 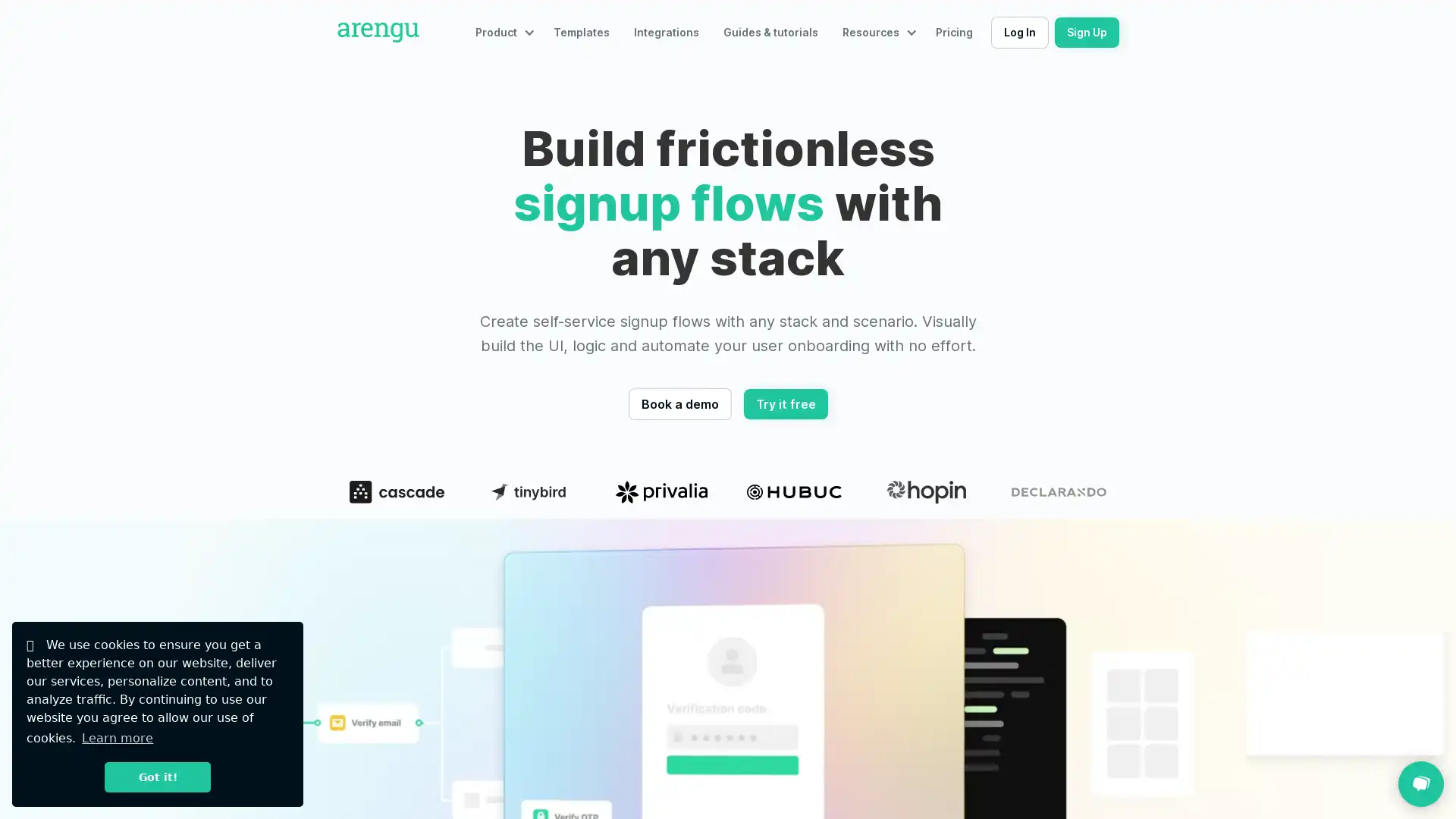 What do you see at coordinates (157, 777) in the screenshot?
I see `dismiss cookie message` at bounding box center [157, 777].